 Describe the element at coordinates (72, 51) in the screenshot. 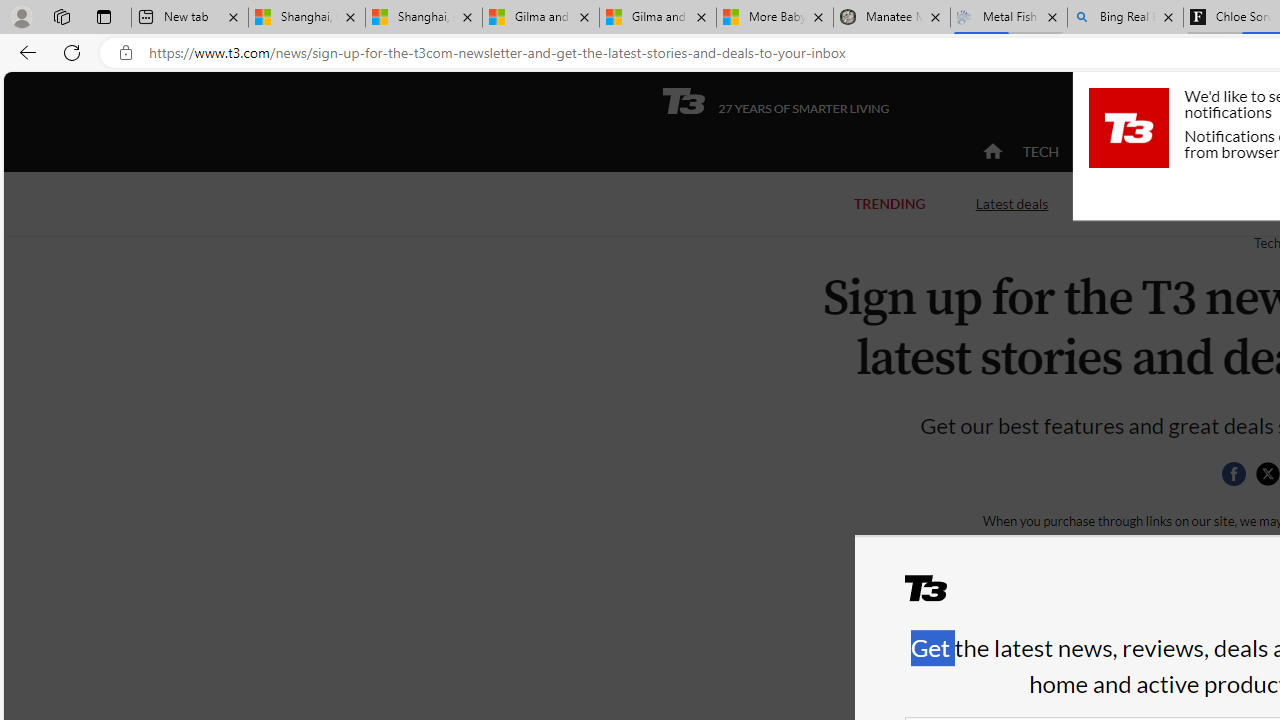

I see `'Refresh'` at that location.